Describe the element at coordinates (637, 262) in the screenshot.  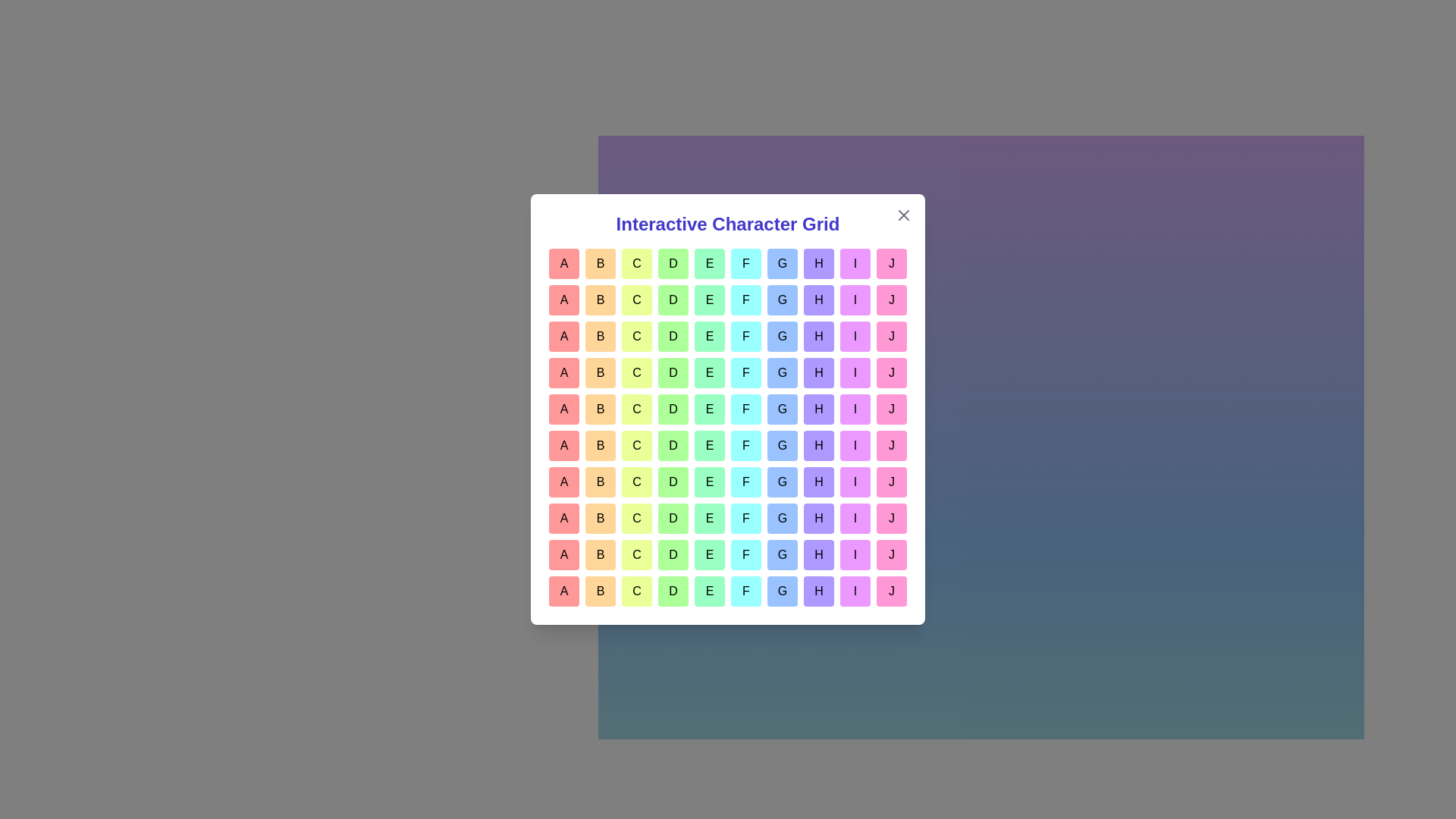
I see `the grid cell labeled C` at that location.